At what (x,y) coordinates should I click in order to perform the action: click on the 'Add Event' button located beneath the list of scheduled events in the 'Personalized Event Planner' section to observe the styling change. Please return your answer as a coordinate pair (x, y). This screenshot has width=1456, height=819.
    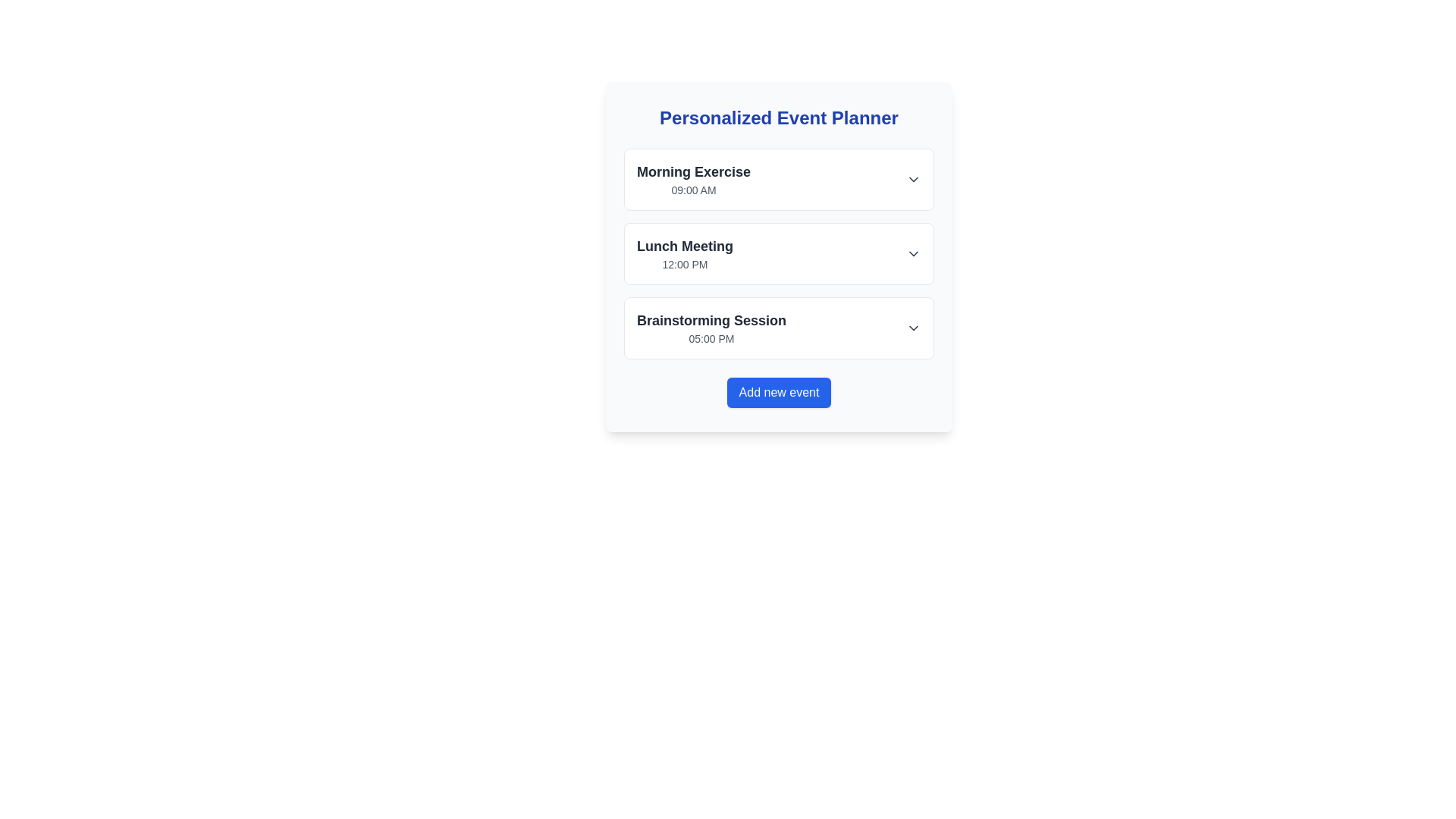
    Looking at the image, I should click on (779, 391).